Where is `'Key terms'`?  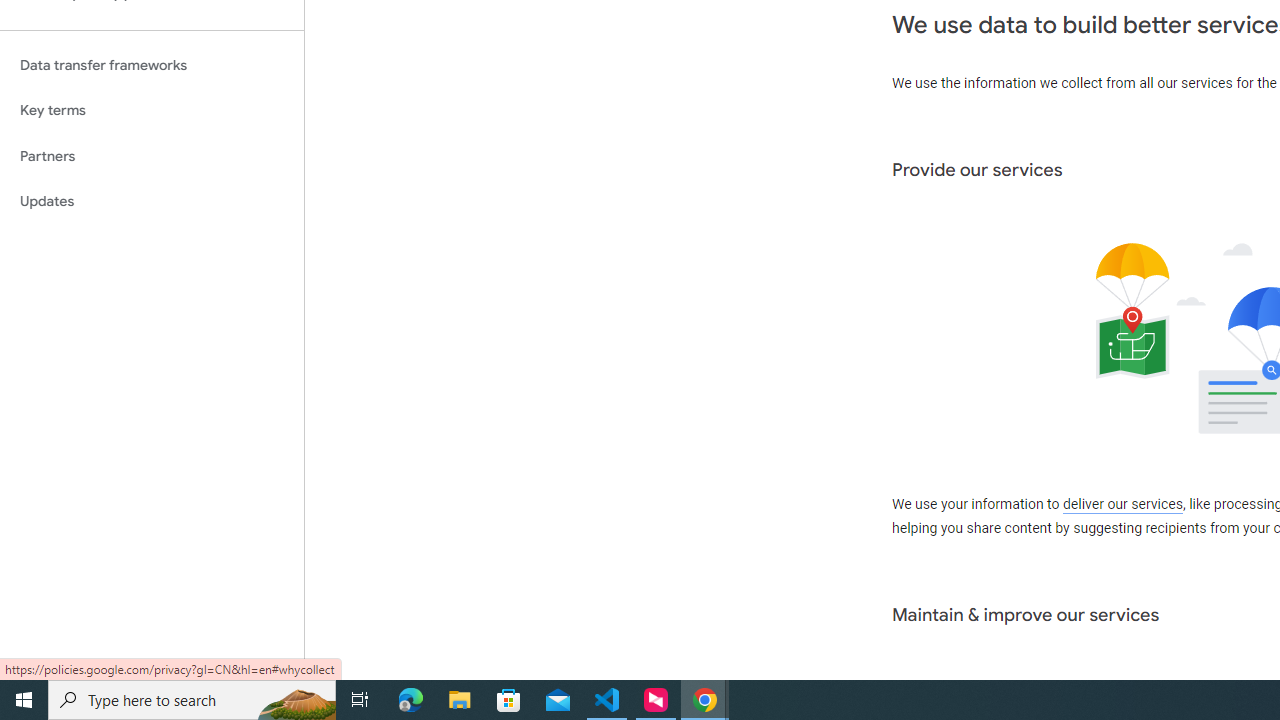
'Key terms' is located at coordinates (151, 110).